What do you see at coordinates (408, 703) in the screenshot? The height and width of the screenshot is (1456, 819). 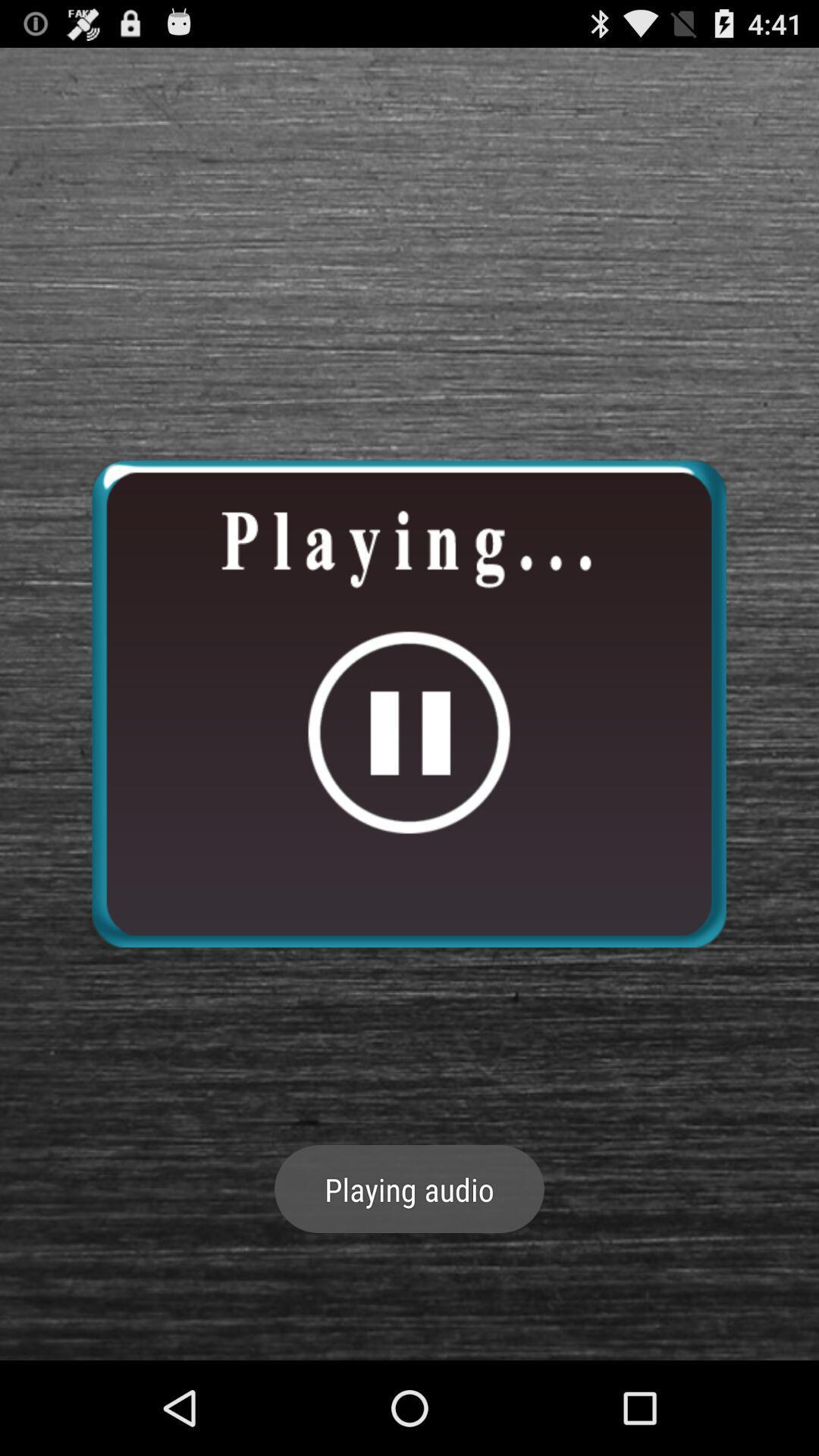 I see `button` at bounding box center [408, 703].